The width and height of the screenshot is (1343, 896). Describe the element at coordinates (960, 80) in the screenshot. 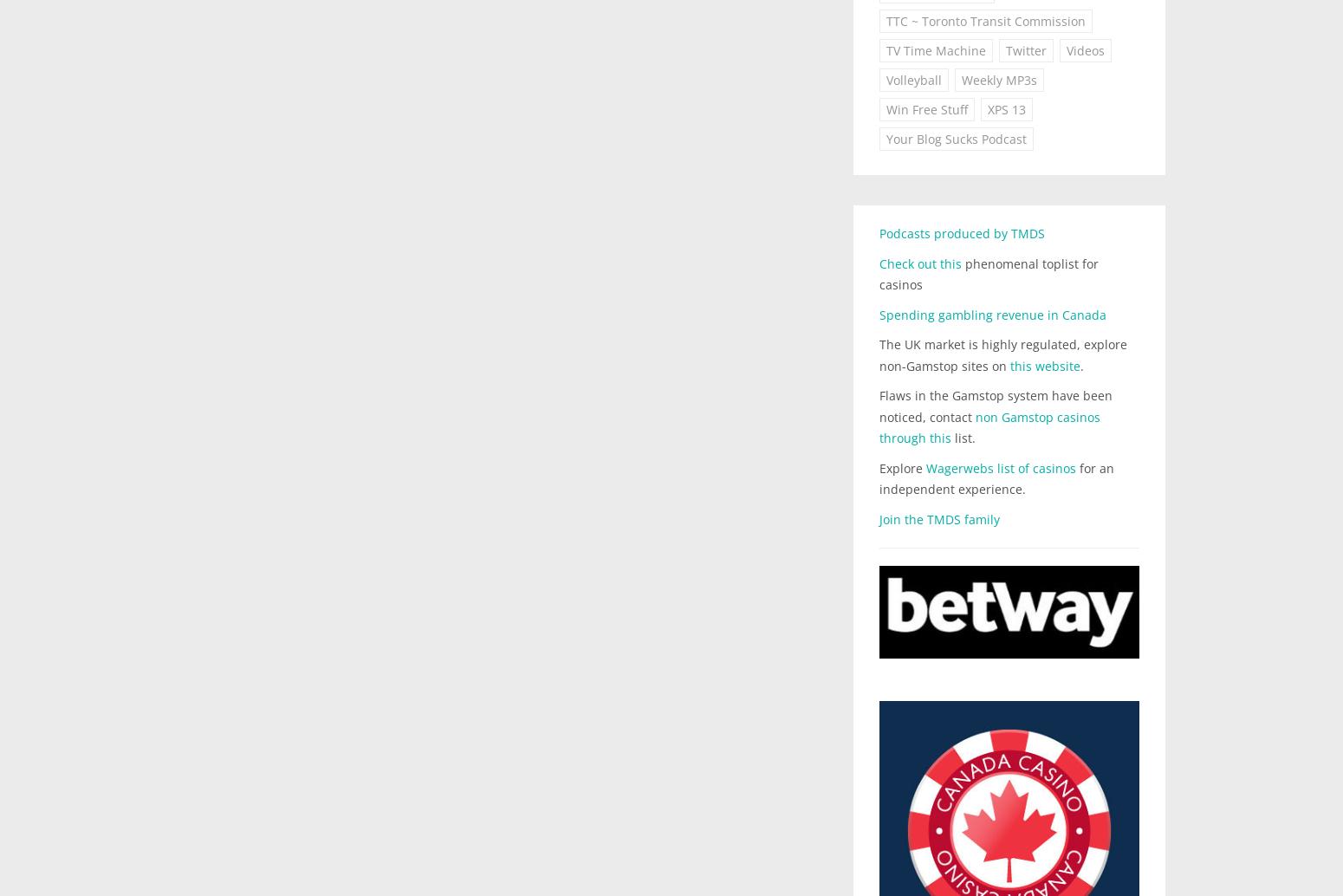

I see `'Weekly MP3s'` at that location.